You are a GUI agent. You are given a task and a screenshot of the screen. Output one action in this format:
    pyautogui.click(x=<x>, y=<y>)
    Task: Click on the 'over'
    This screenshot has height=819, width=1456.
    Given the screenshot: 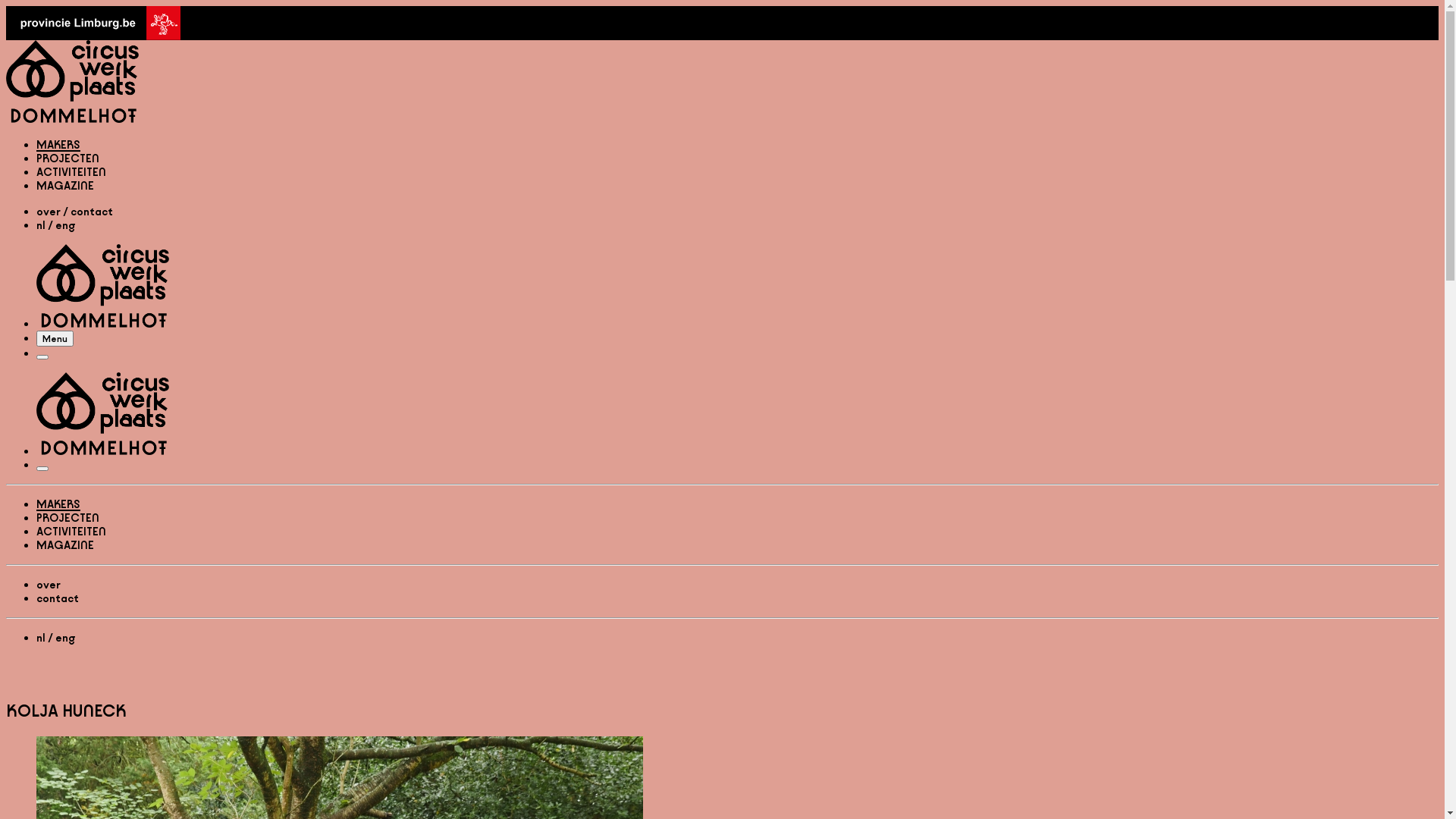 What is the action you would take?
    pyautogui.click(x=48, y=583)
    